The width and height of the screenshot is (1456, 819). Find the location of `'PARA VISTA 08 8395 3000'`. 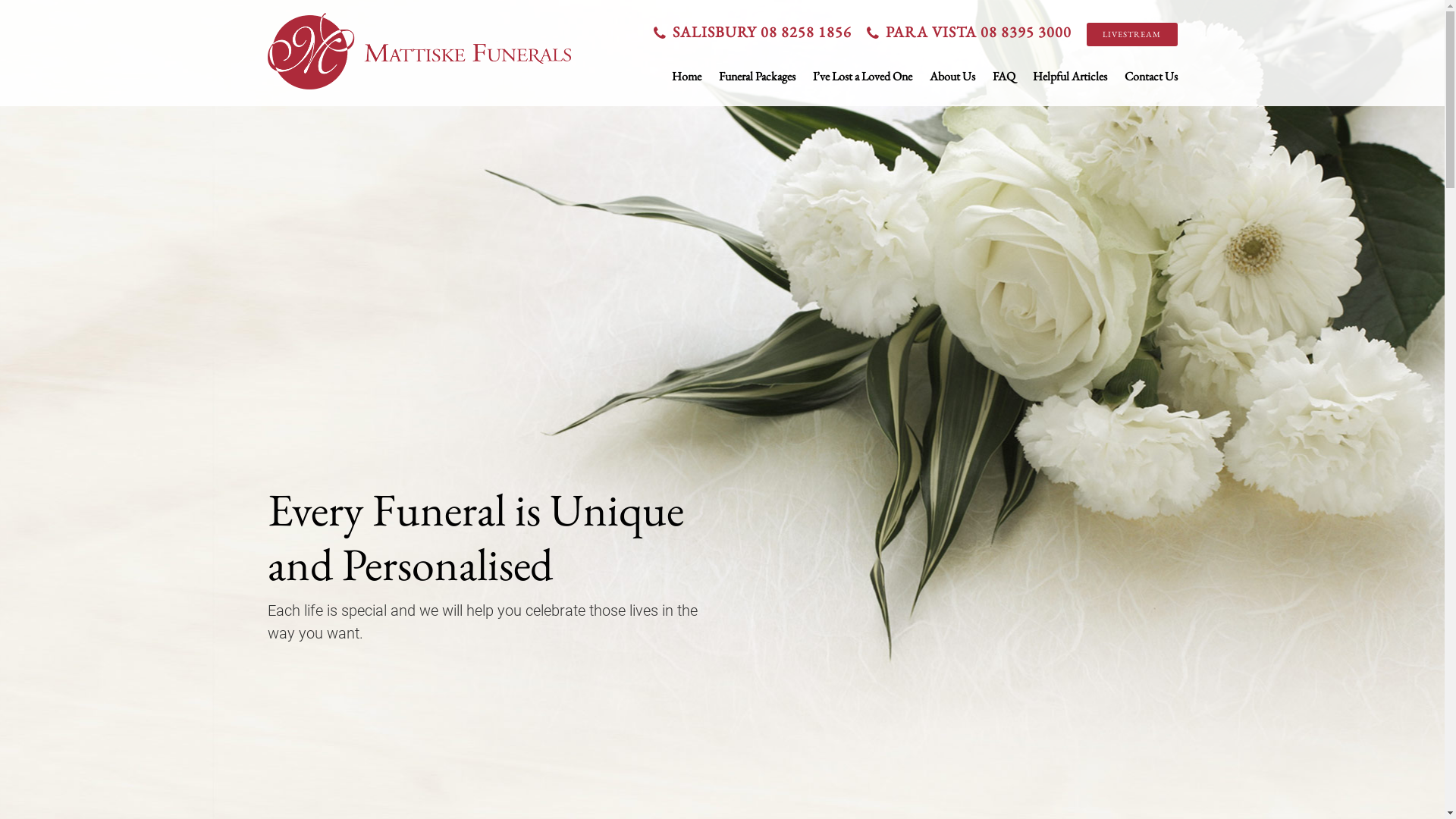

'PARA VISTA 08 8395 3000' is located at coordinates (971, 32).